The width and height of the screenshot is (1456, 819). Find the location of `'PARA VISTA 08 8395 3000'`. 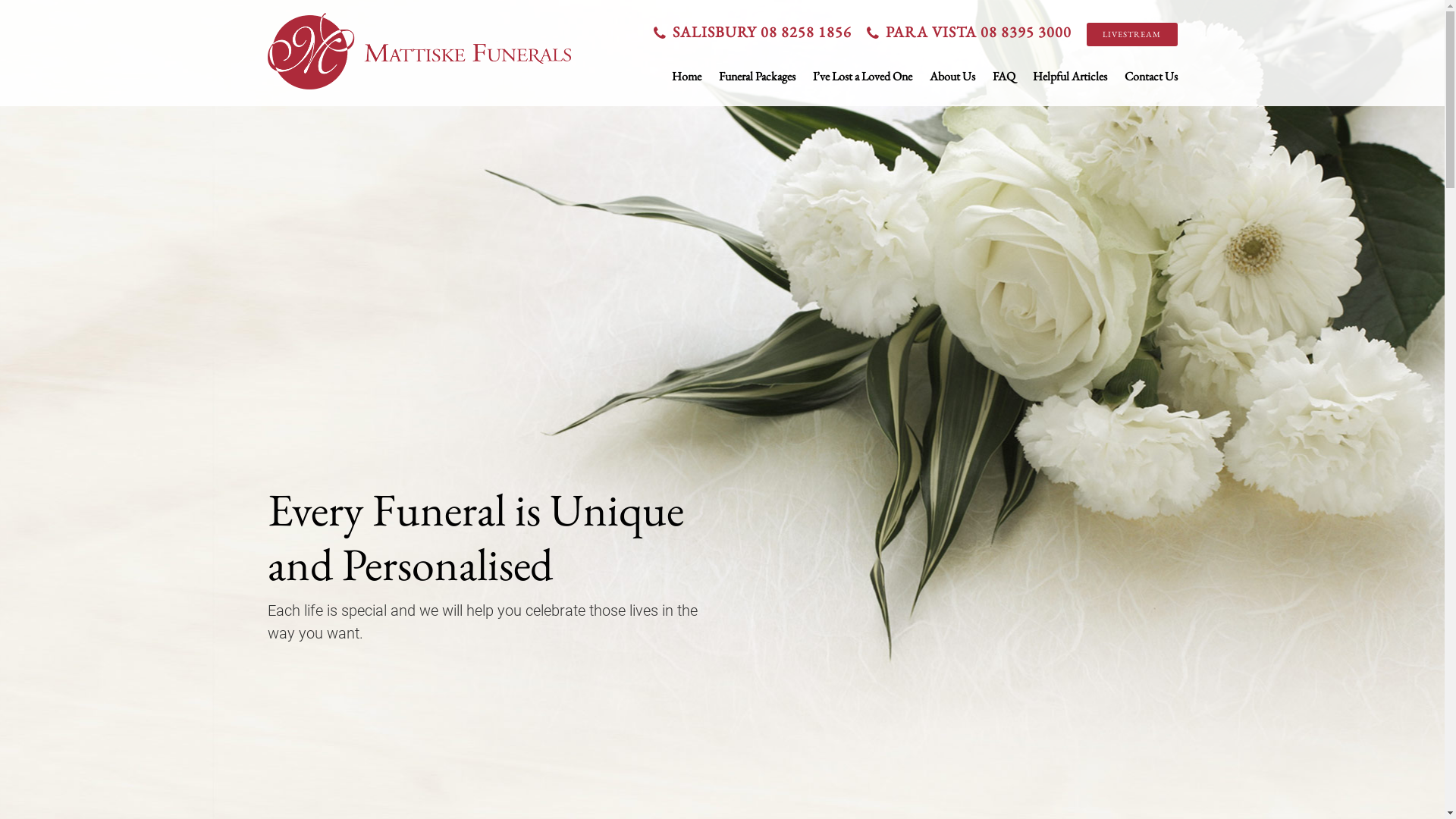

'PARA VISTA 08 8395 3000' is located at coordinates (971, 32).